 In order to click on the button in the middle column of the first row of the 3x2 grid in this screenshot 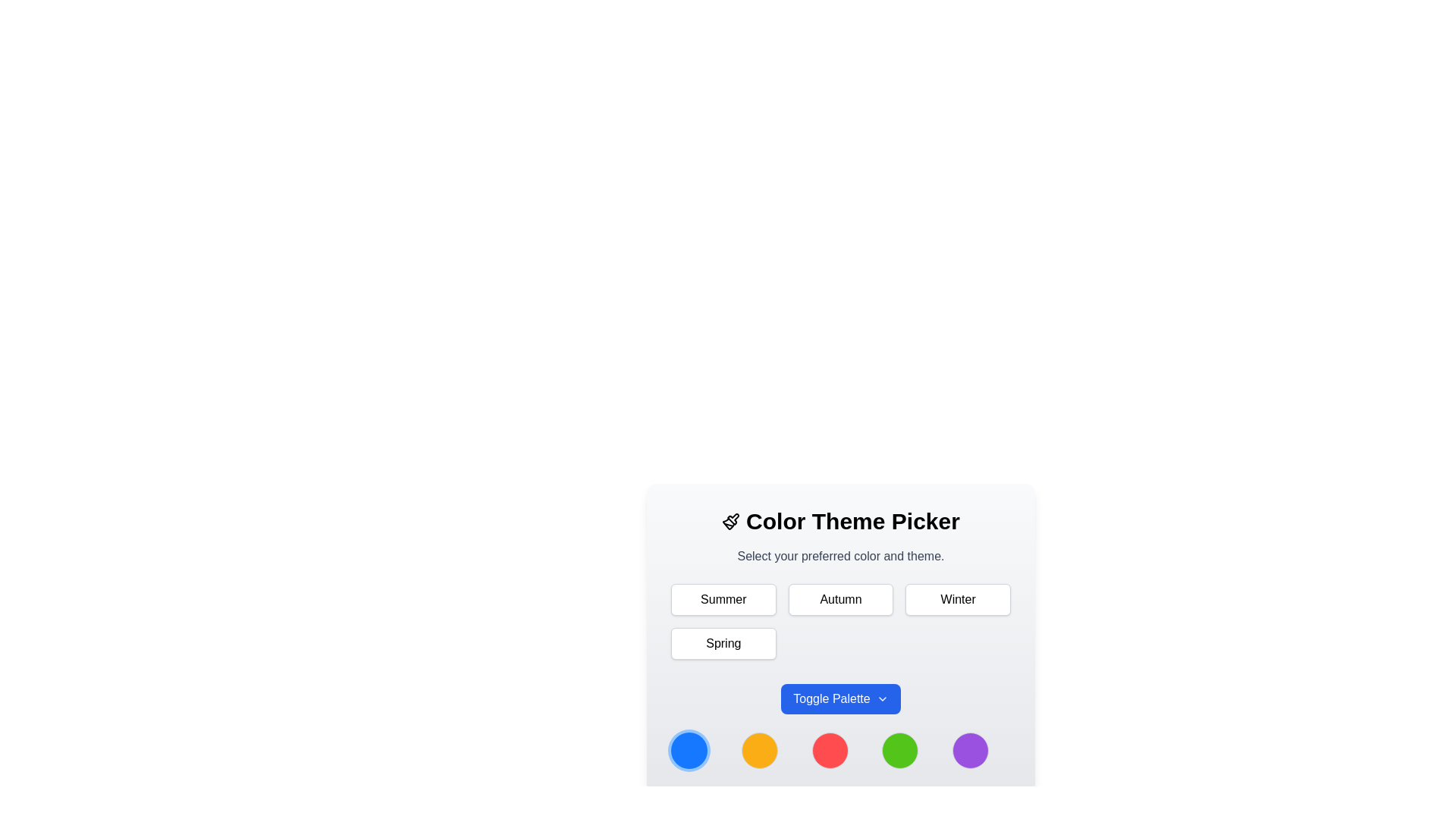, I will do `click(839, 598)`.